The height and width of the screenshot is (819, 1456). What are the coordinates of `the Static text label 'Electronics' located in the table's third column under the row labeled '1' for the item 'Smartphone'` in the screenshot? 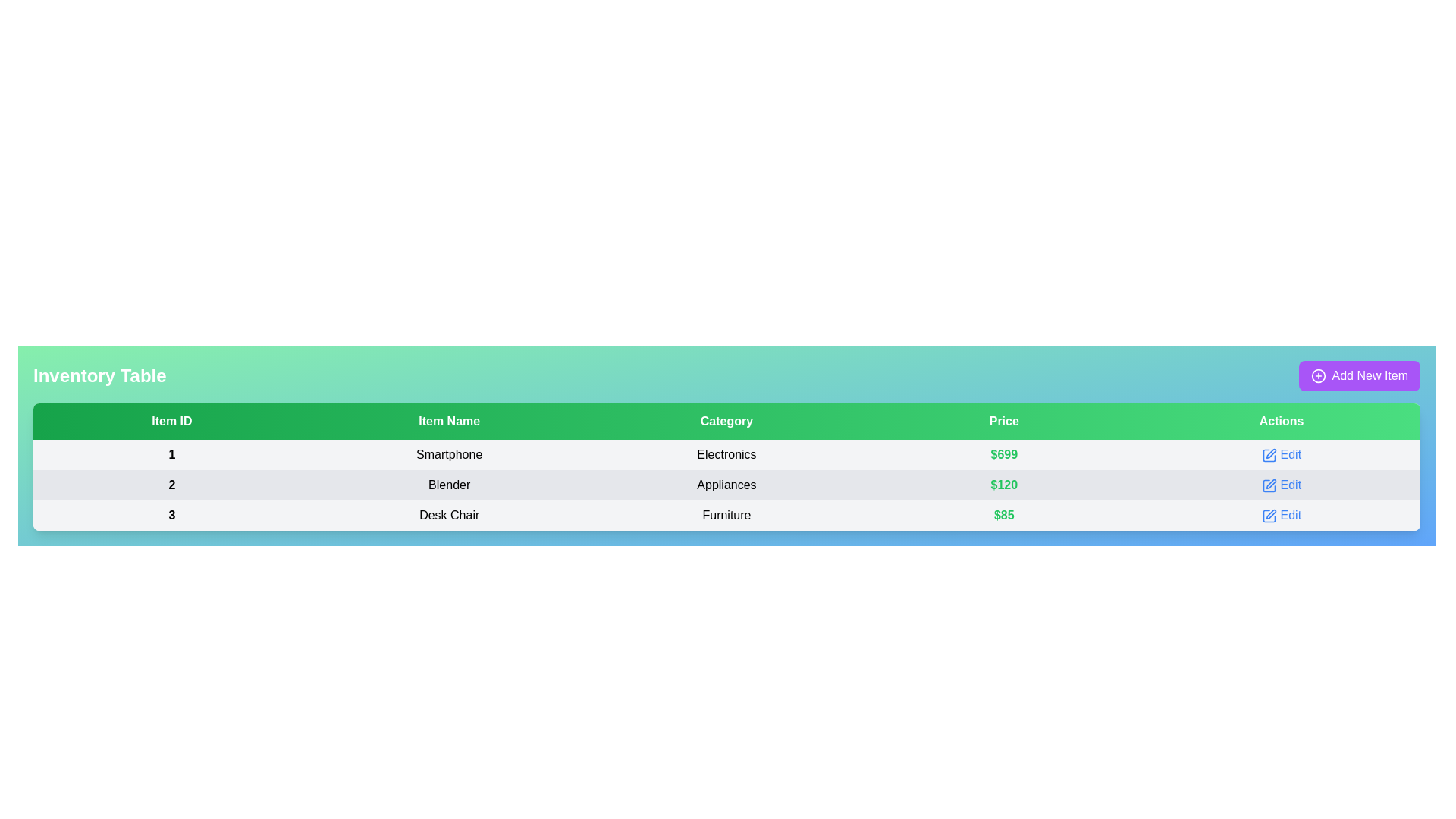 It's located at (726, 454).